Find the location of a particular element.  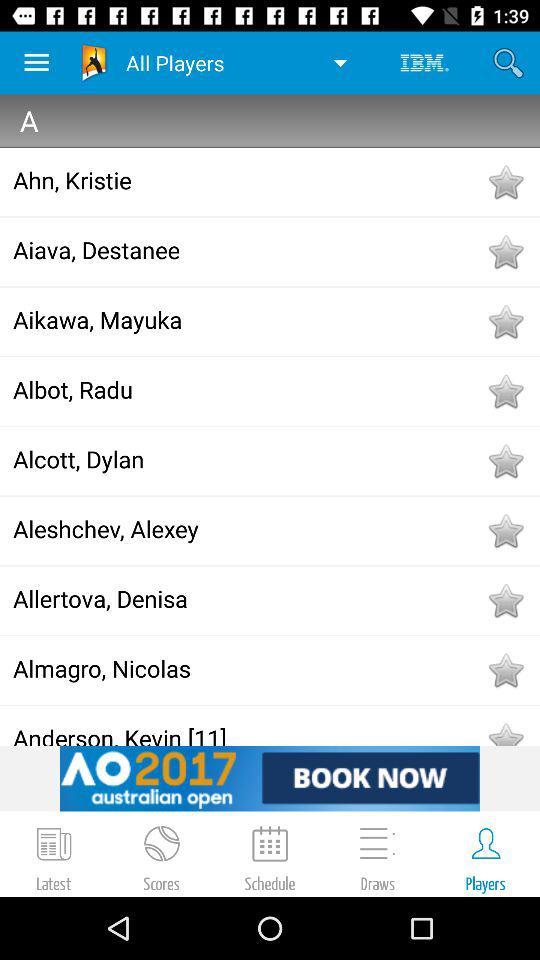

to favorites is located at coordinates (504, 731).